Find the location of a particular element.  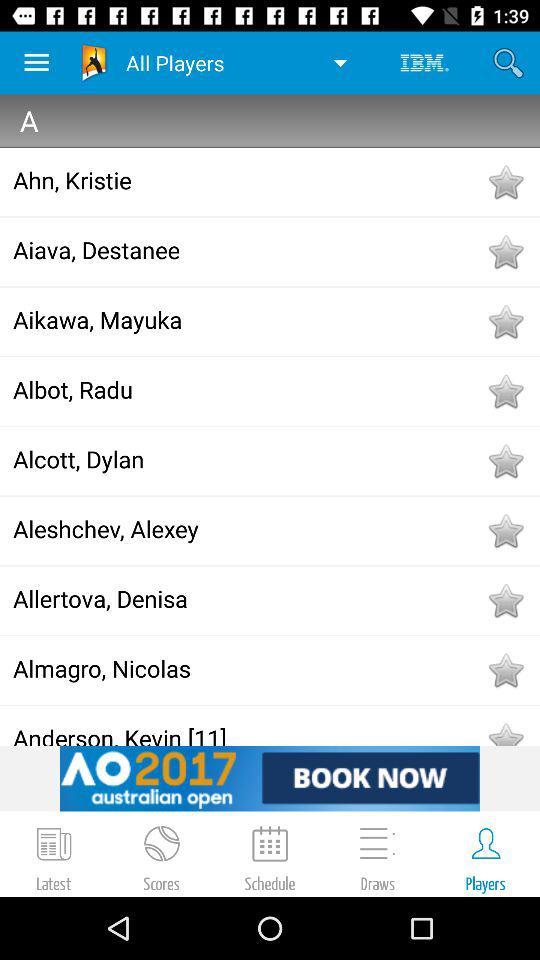

to favorites is located at coordinates (504, 731).